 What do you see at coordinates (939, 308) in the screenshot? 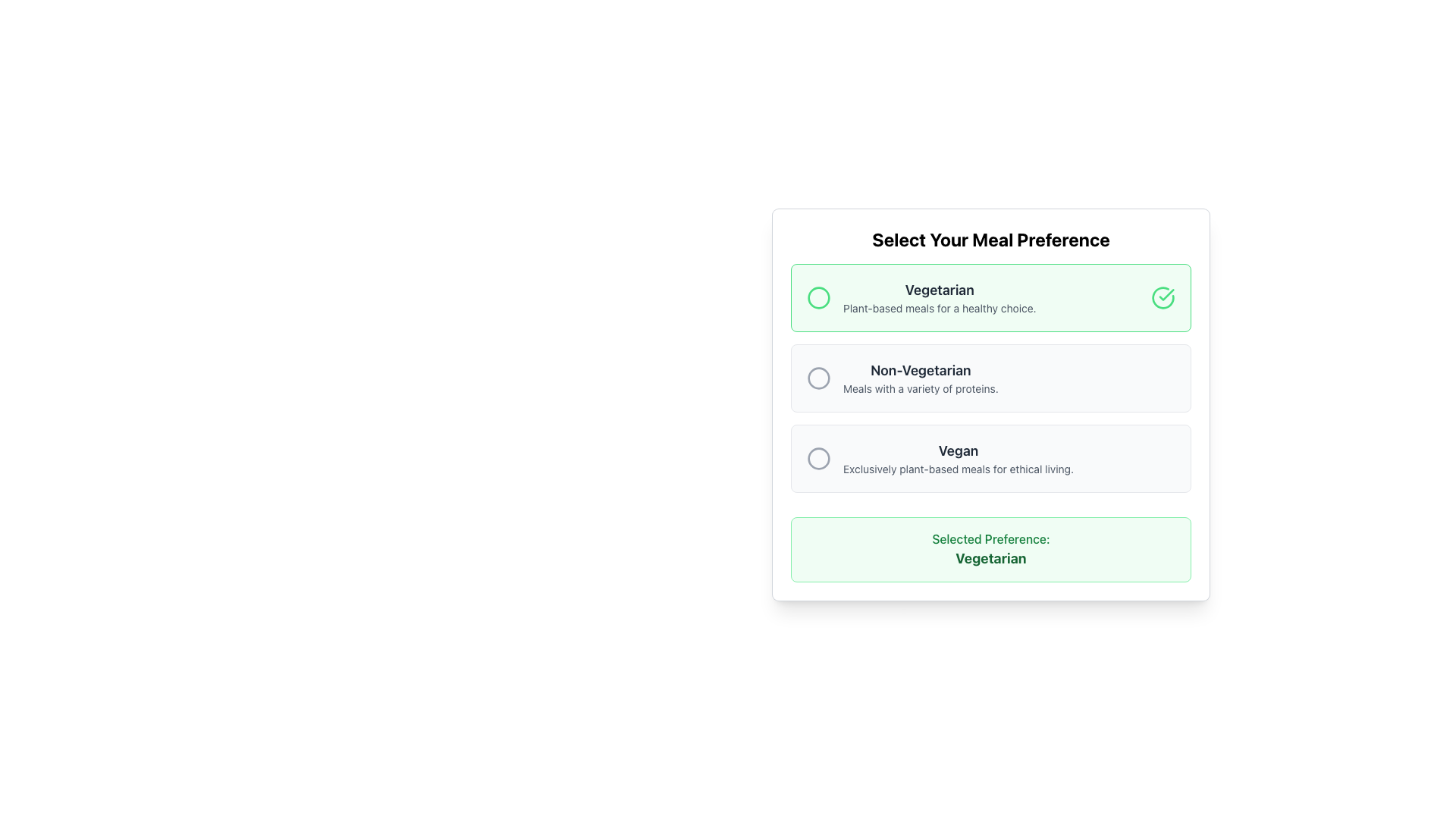
I see `the text label reading 'Plant-based meals for a healthy choice.' which is positioned below the bold header 'Vegetarian'` at bounding box center [939, 308].